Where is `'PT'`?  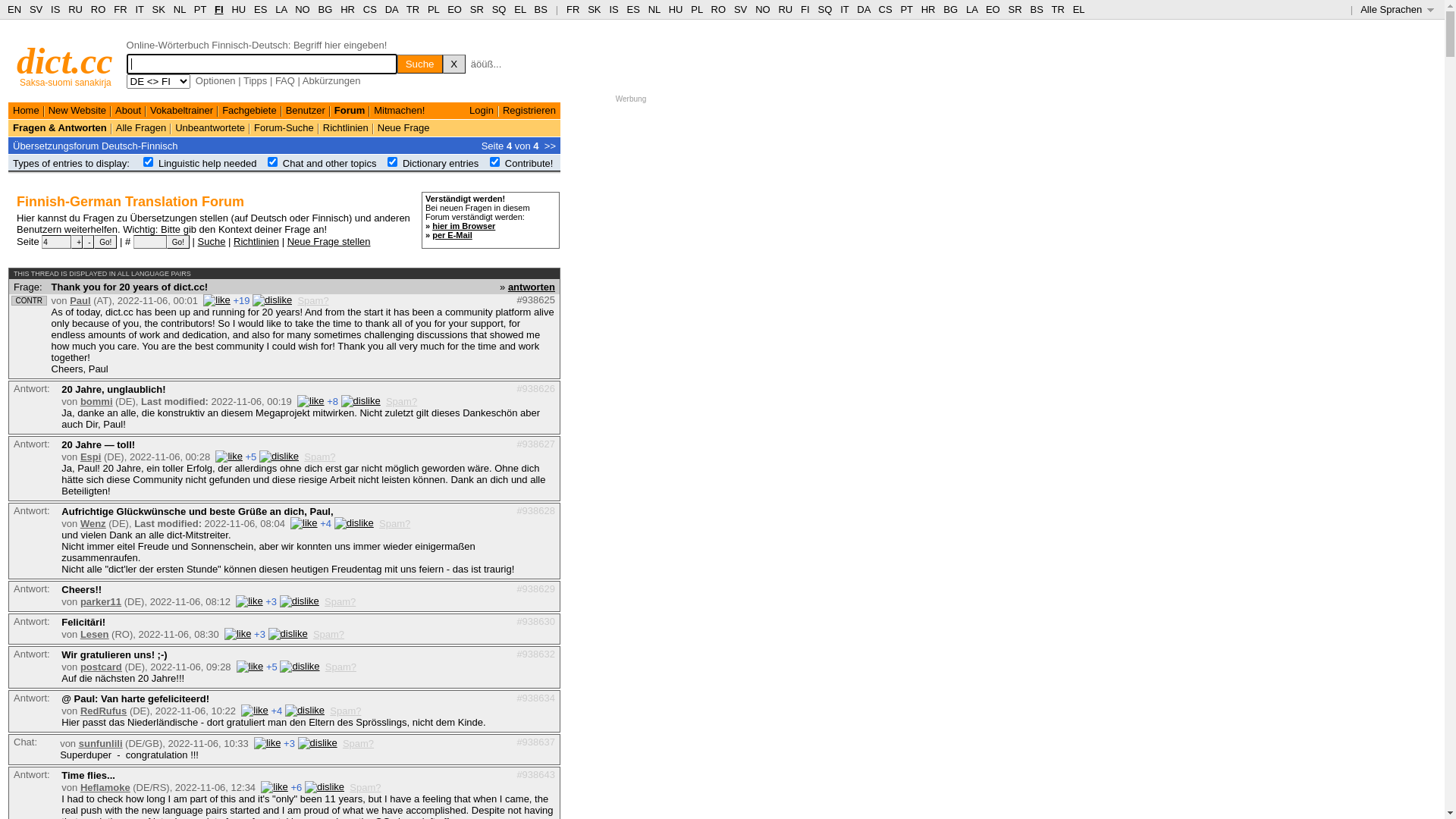 'PT' is located at coordinates (199, 9).